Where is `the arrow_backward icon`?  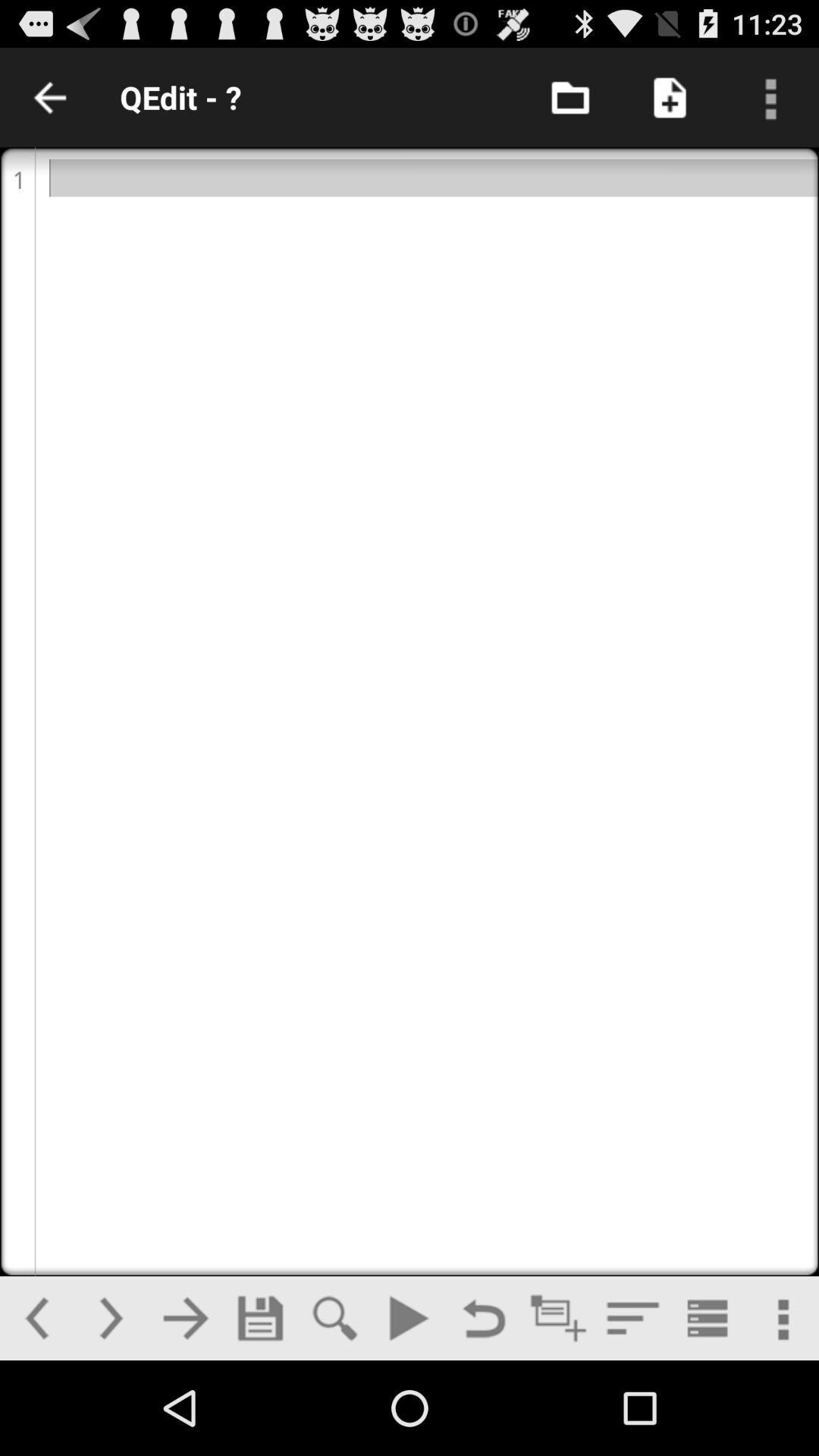
the arrow_backward icon is located at coordinates (36, 1410).